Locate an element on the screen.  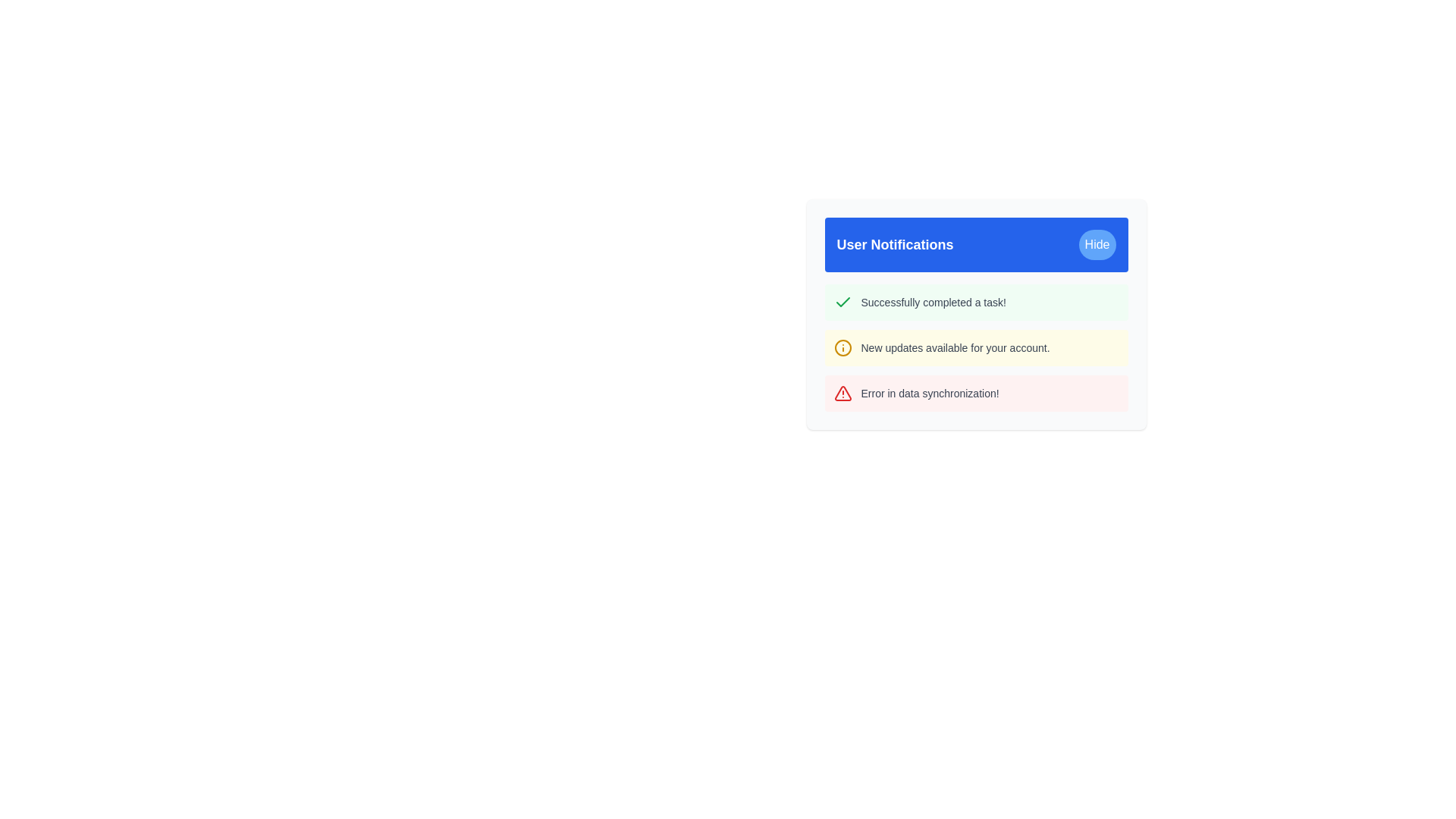
circular icon with a yellow outer border and exclamation point symbol located to the left of the text 'New updates available for your account' in the notification card is located at coordinates (842, 348).